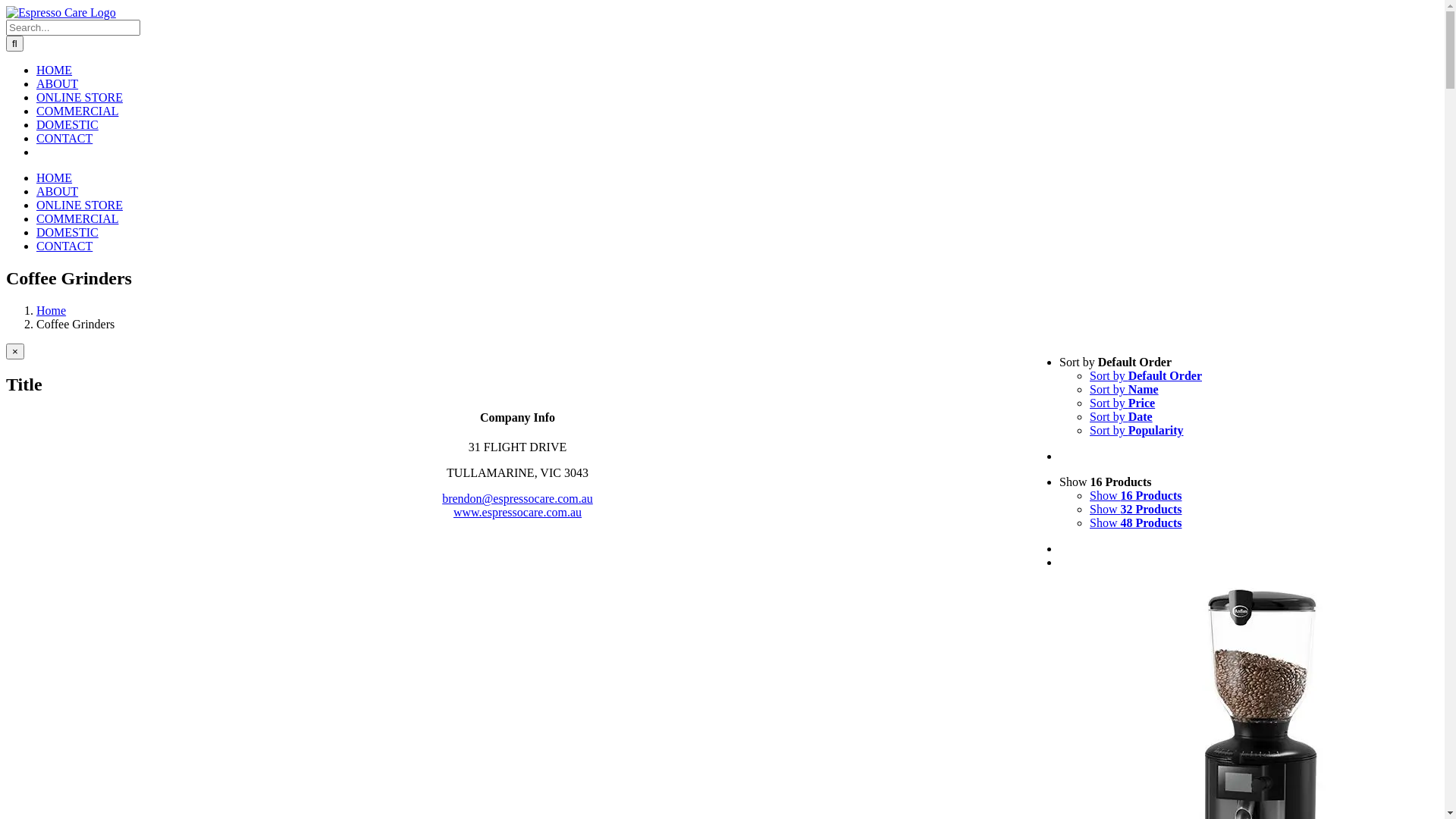 This screenshot has height=819, width=1456. I want to click on 'brendon@espressocare.com.au', so click(441, 498).